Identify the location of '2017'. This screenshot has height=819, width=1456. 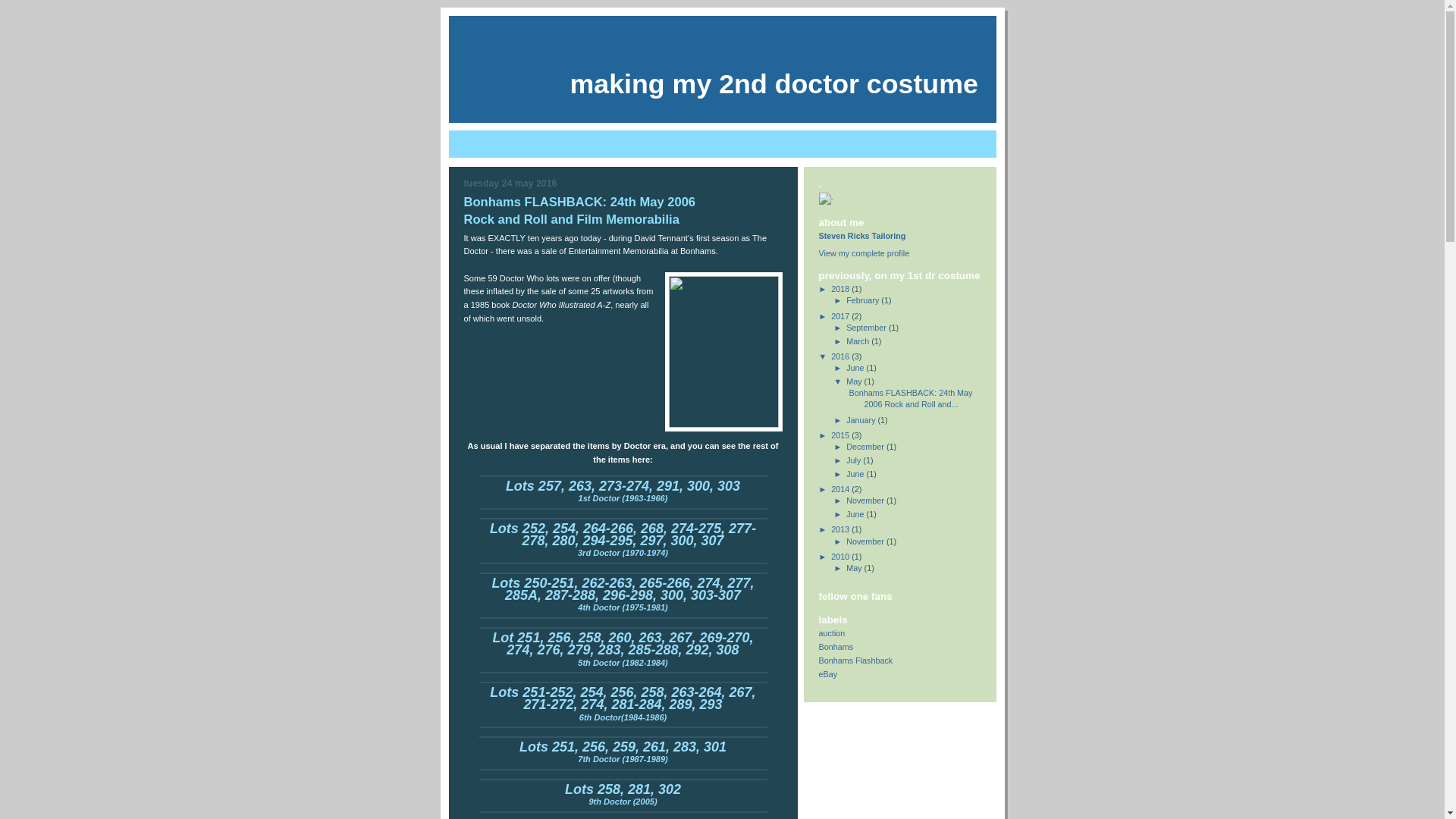
(840, 315).